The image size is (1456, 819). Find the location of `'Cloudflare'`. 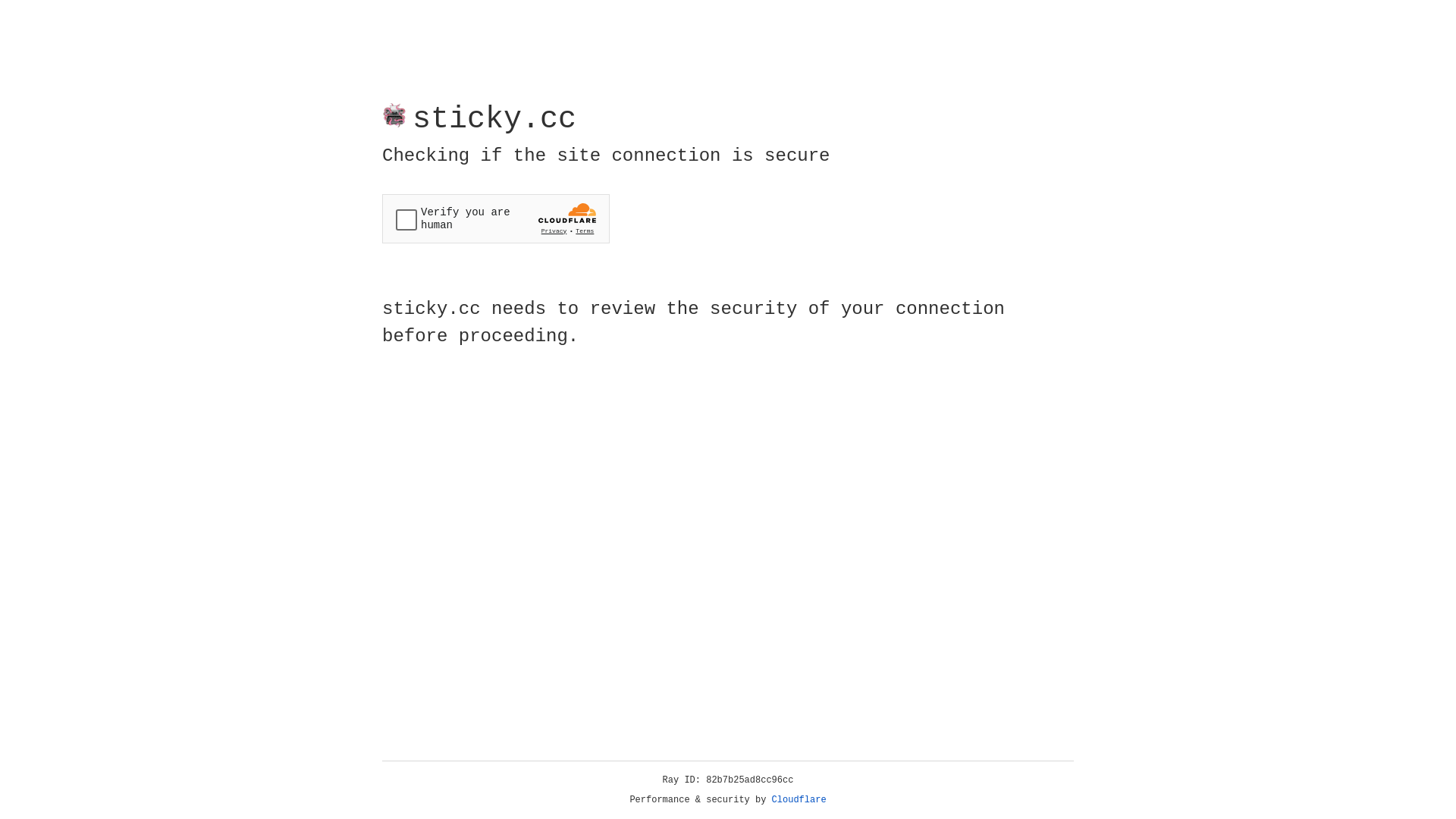

'Cloudflare' is located at coordinates (799, 799).